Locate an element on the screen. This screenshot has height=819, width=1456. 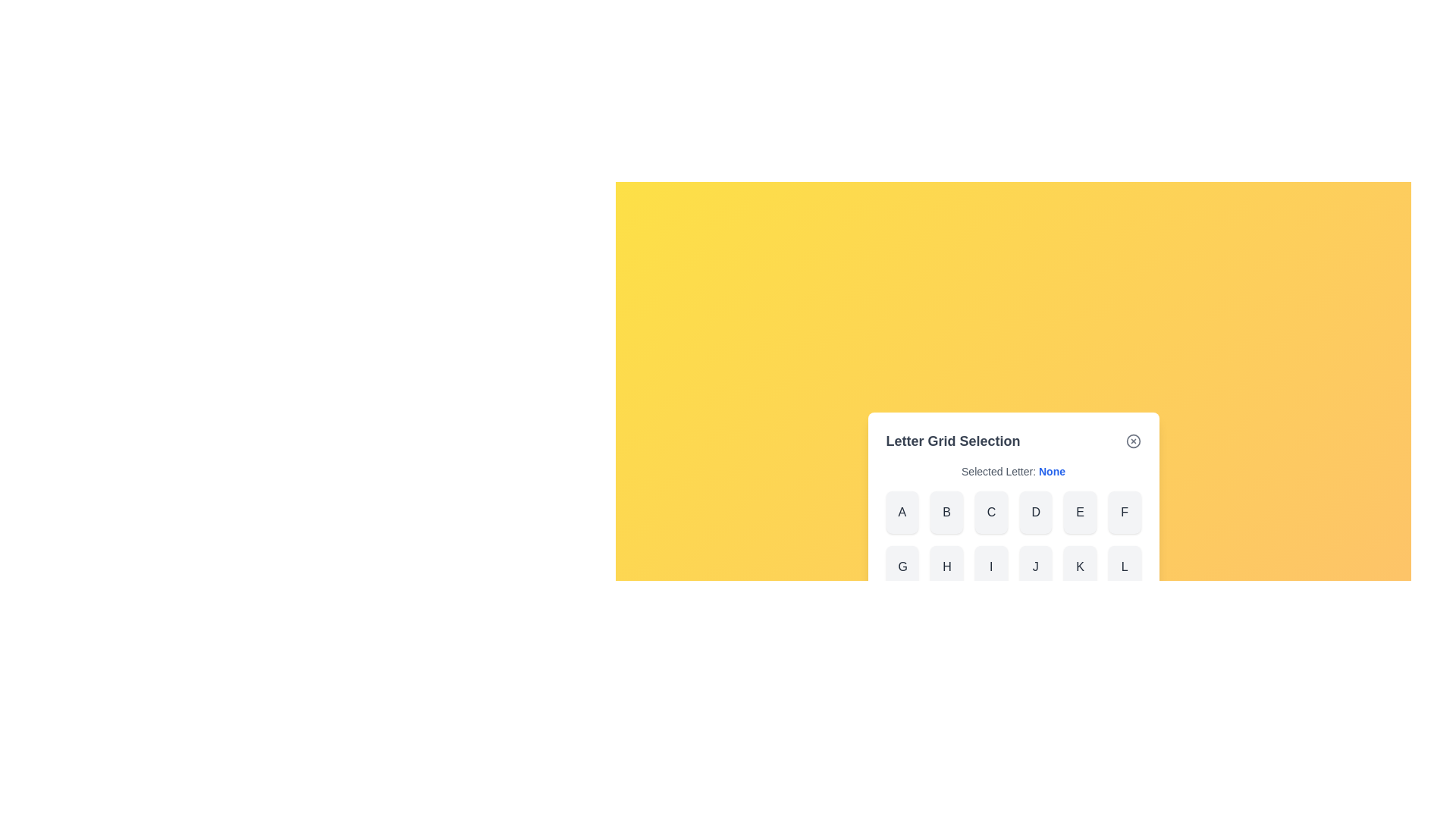
the letter D from the grid is located at coordinates (1034, 512).